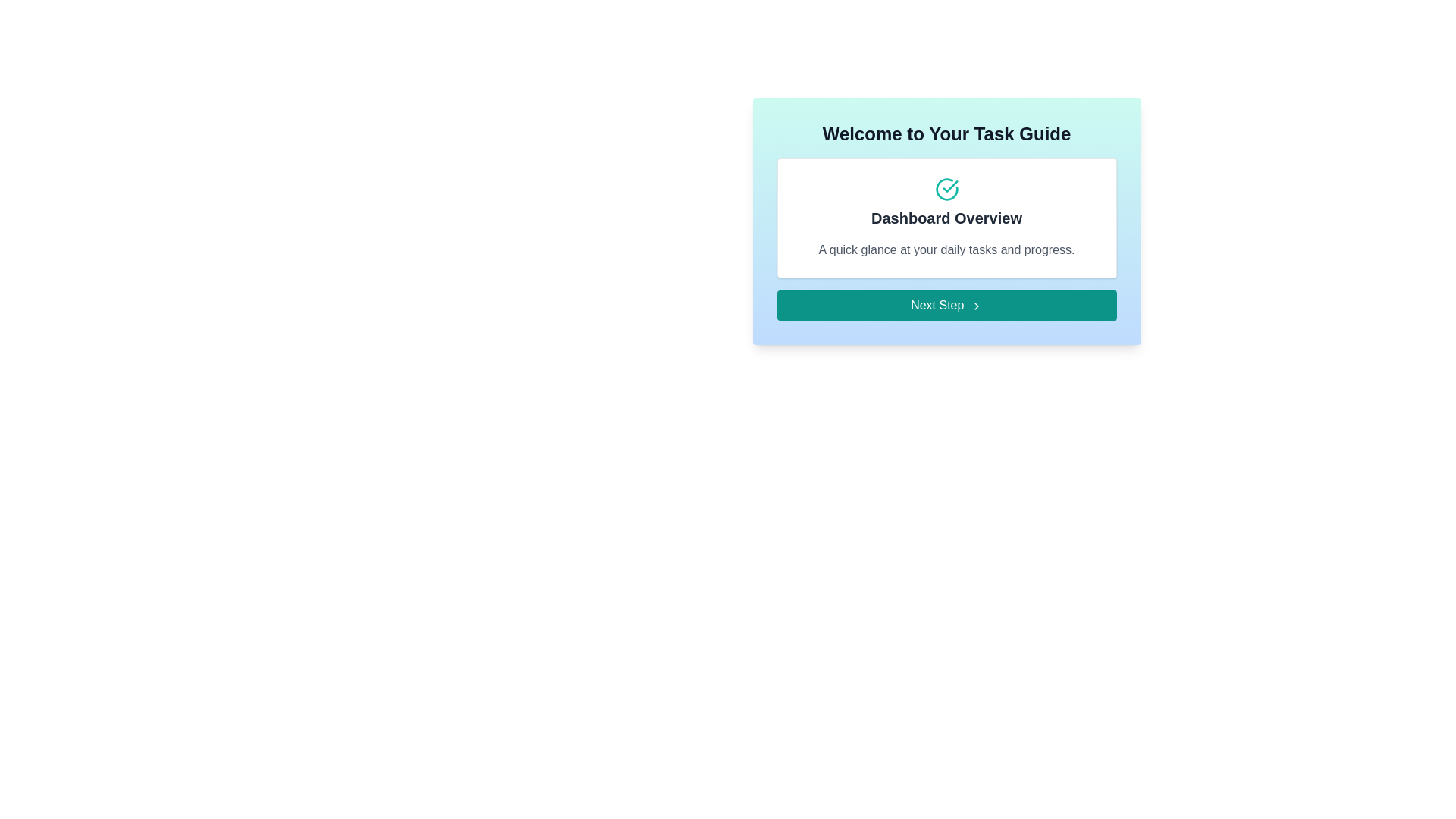  Describe the element at coordinates (946, 189) in the screenshot. I see `the decorative icon representing a successful operation located above the 'Dashboard Overview' title` at that location.